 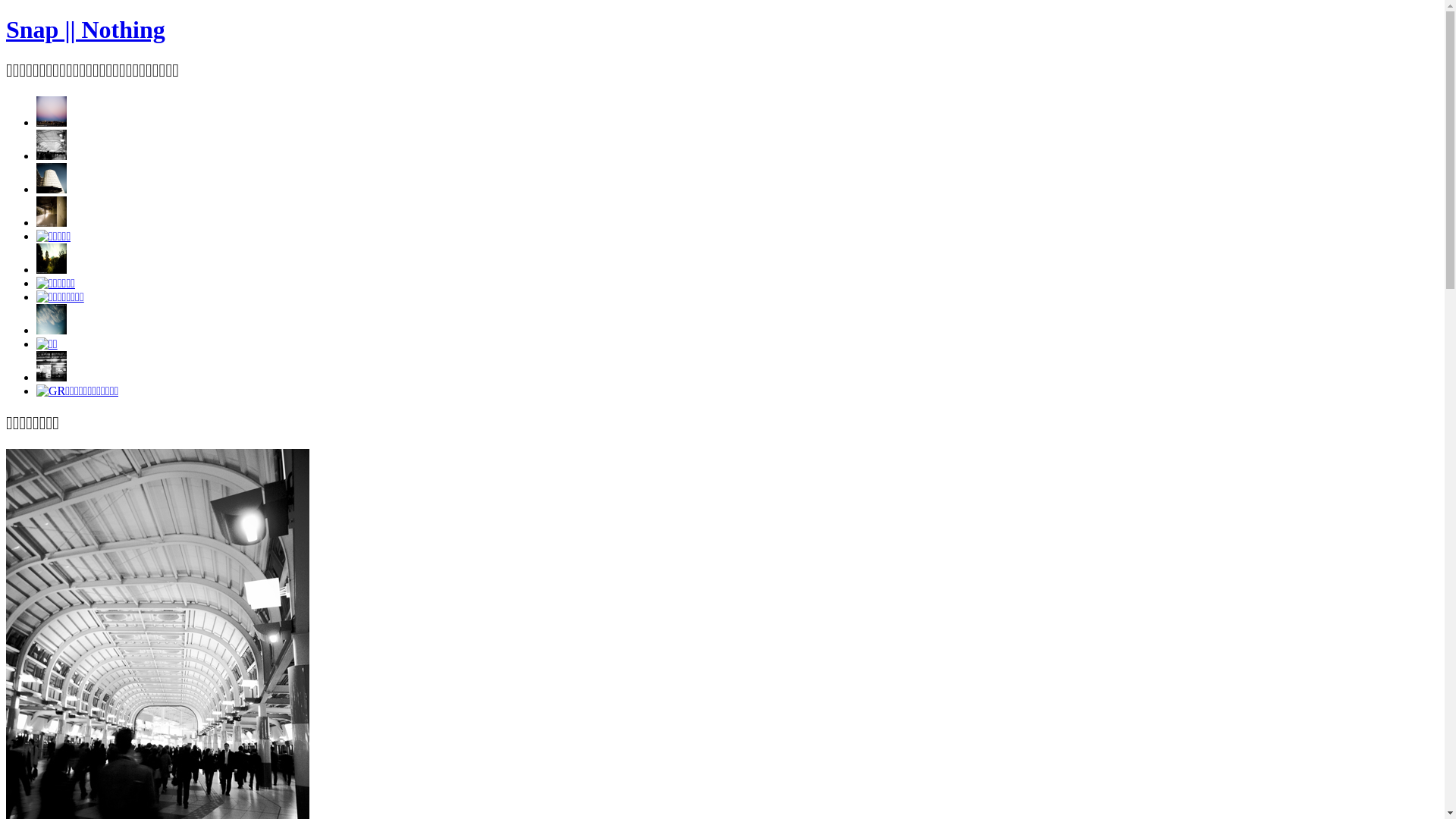 I want to click on 'Snap || Nothing', so click(x=6, y=29).